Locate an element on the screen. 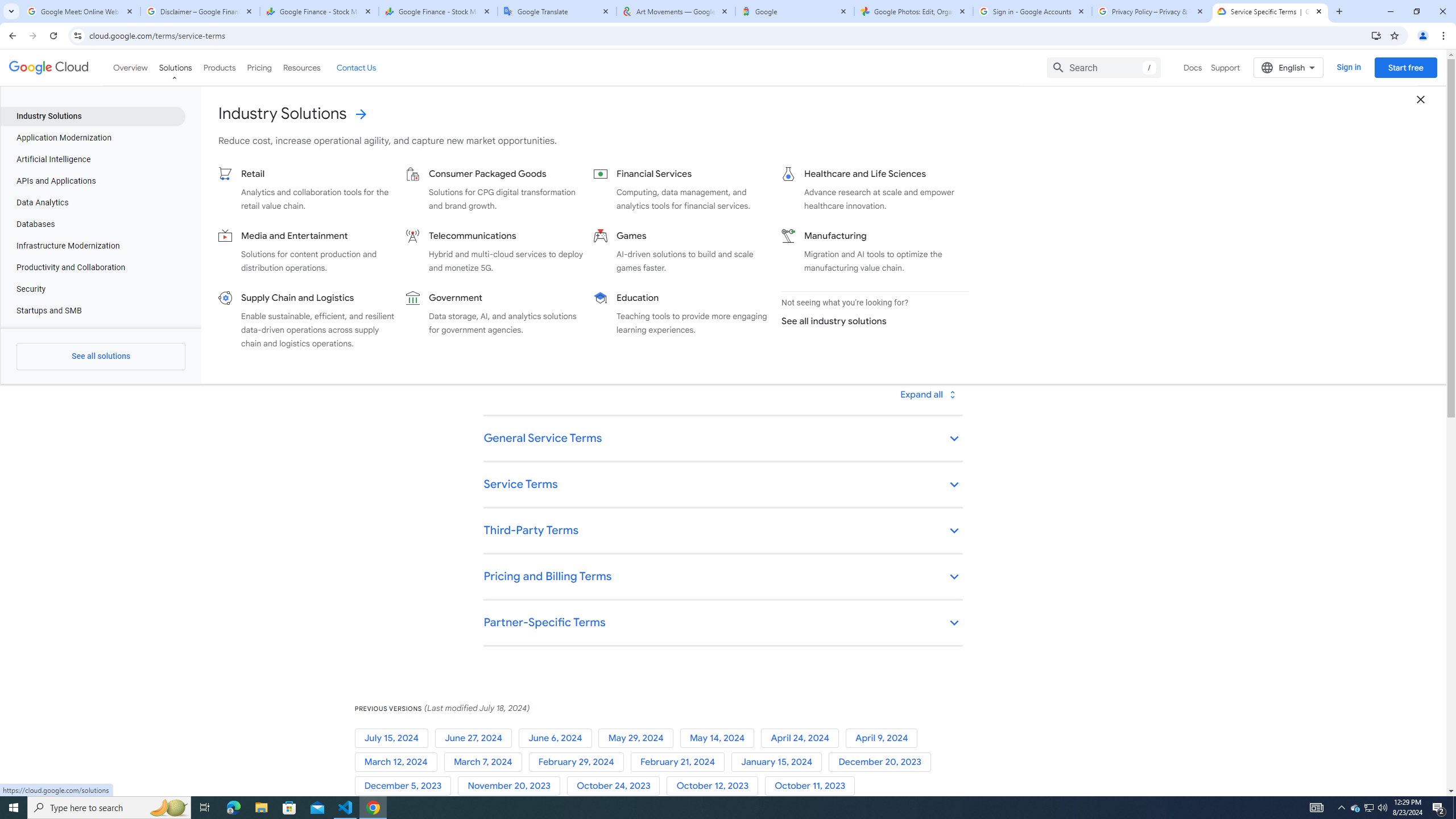  'General Service Terms keyboard_arrow_down' is located at coordinates (723, 439).